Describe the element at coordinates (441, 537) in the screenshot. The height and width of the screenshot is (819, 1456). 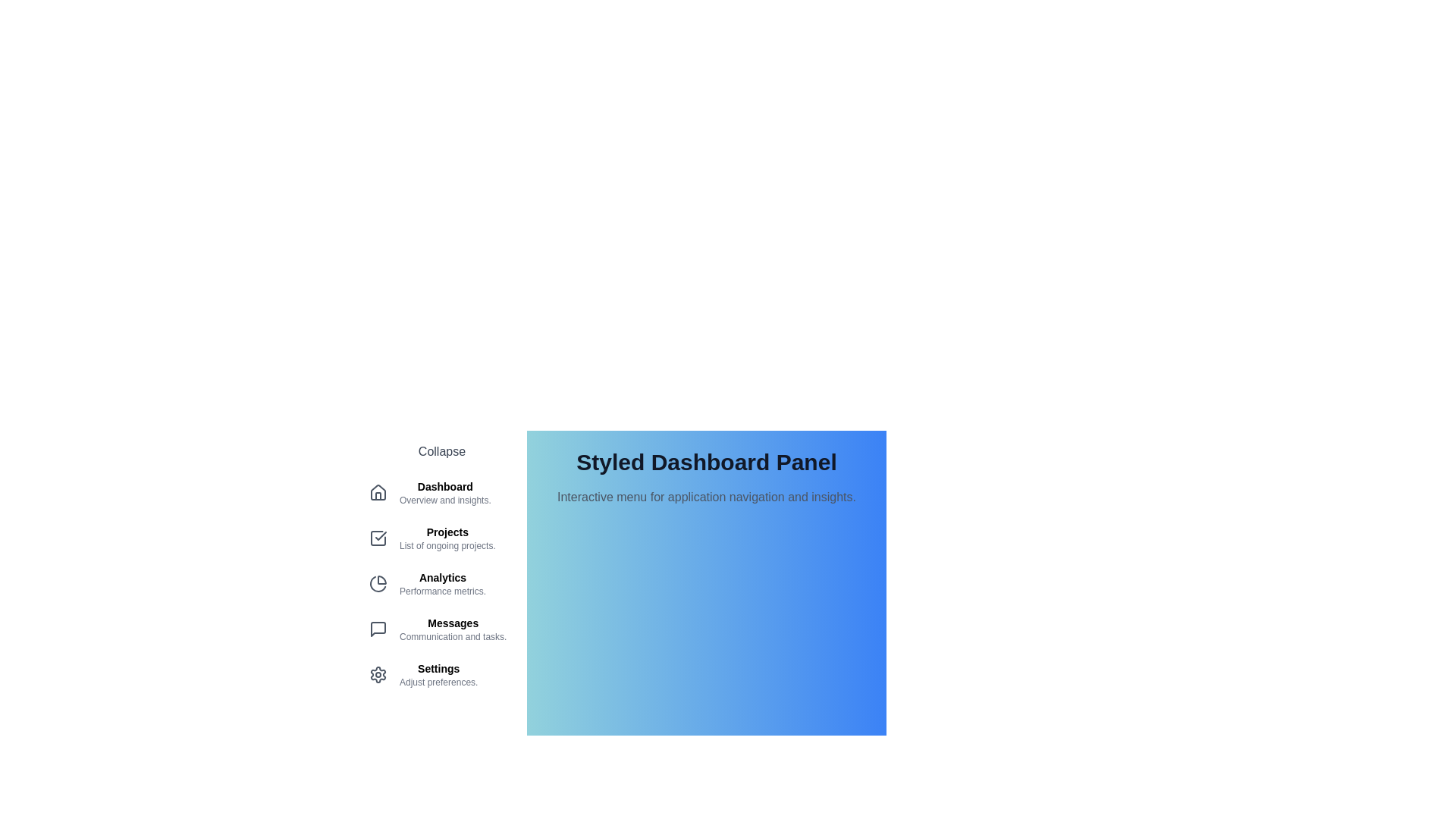
I see `the menu item corresponding to Projects` at that location.